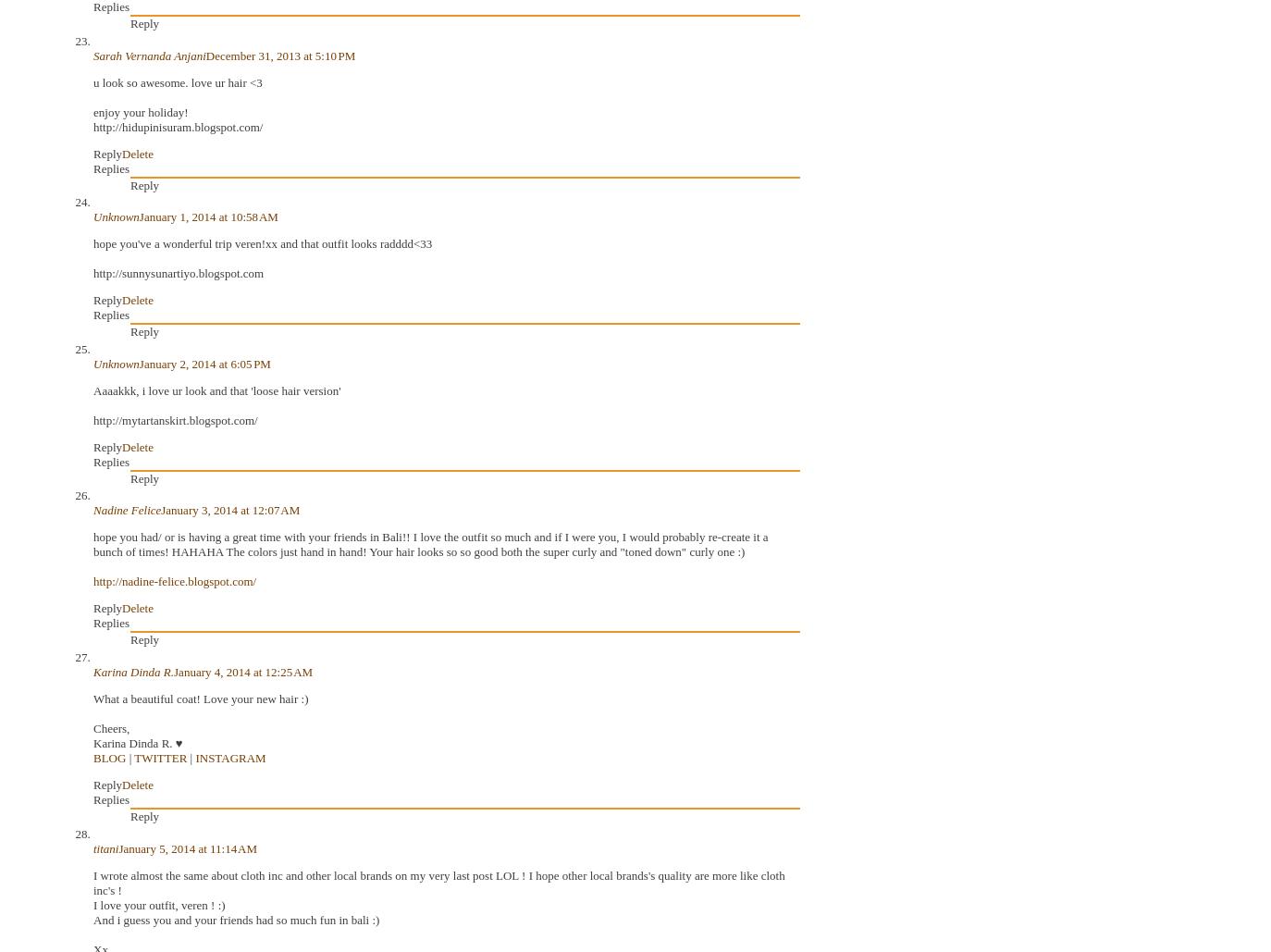  Describe the element at coordinates (138, 216) in the screenshot. I see `'January 1, 2014 at 10:58 AM'` at that location.